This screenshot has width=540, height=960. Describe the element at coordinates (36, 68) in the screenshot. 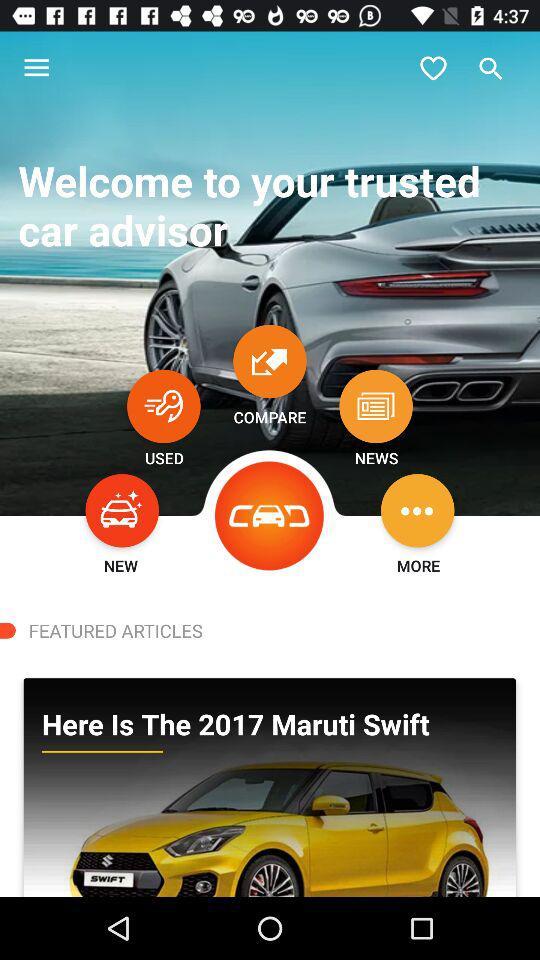

I see `icon at the top left corner` at that location.